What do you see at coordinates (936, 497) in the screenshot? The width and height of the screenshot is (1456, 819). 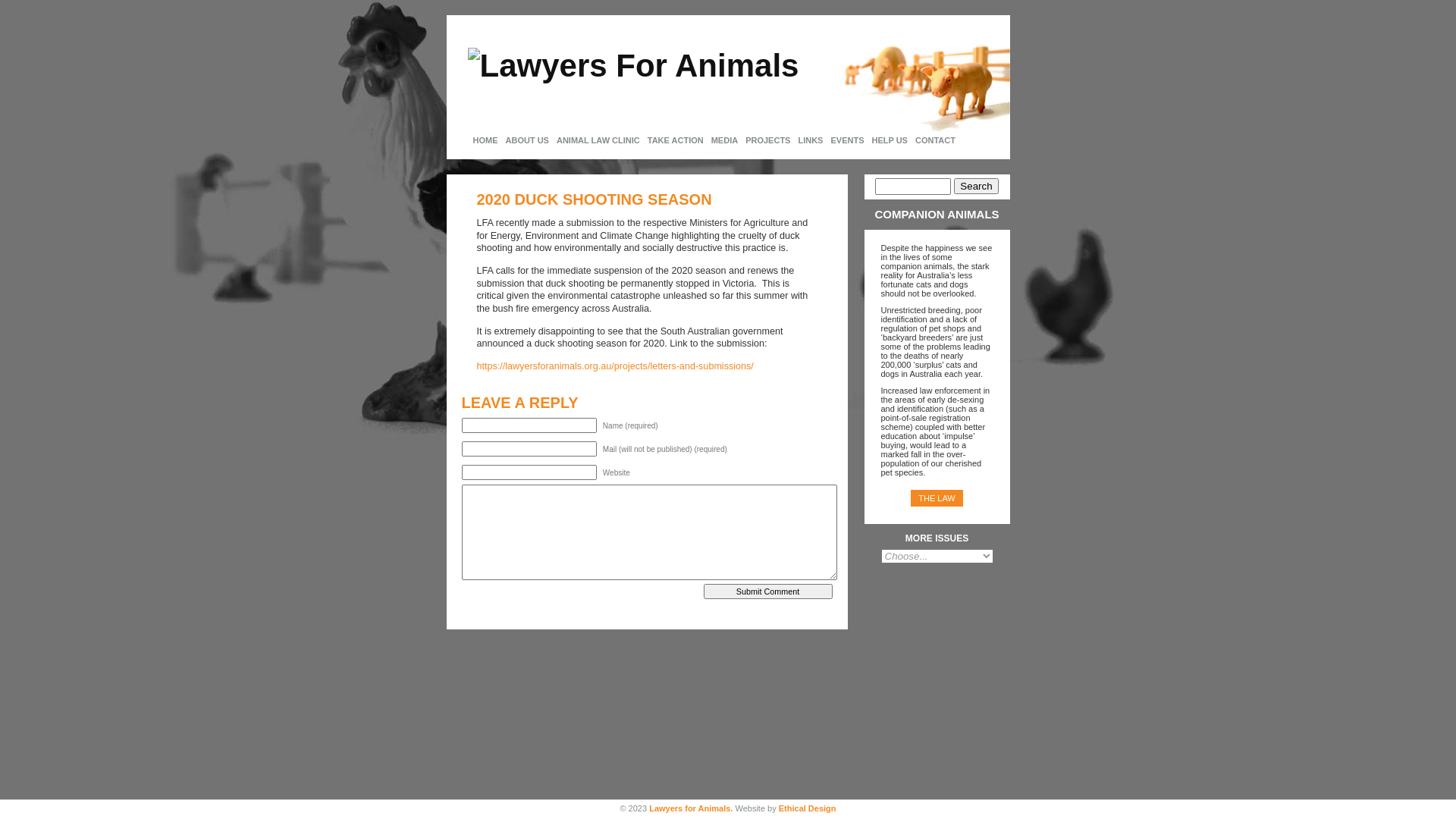 I see `'THE LAW'` at bounding box center [936, 497].